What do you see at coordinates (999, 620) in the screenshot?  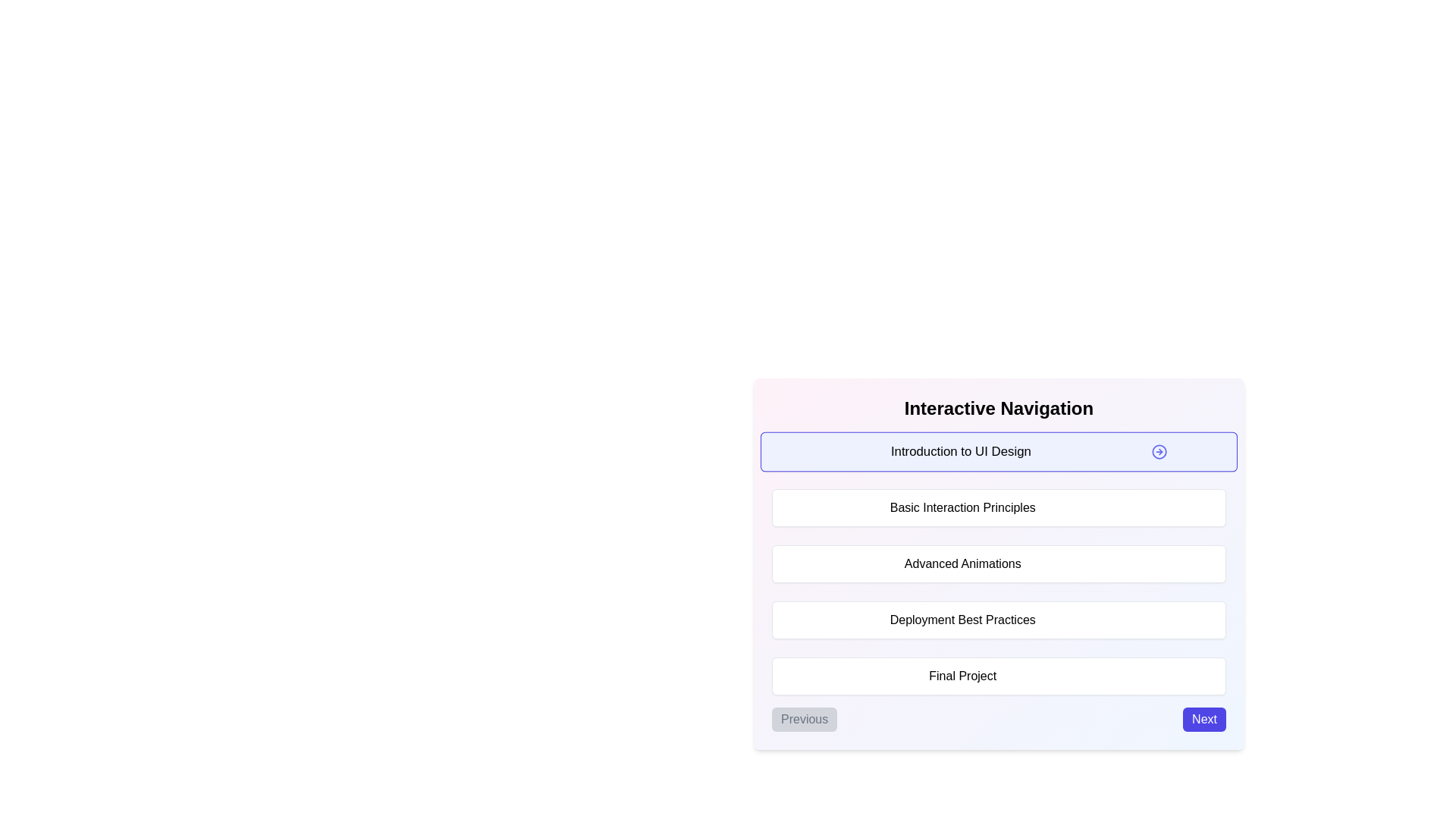 I see `the step labeled Deployment Best Practices to navigate to it` at bounding box center [999, 620].